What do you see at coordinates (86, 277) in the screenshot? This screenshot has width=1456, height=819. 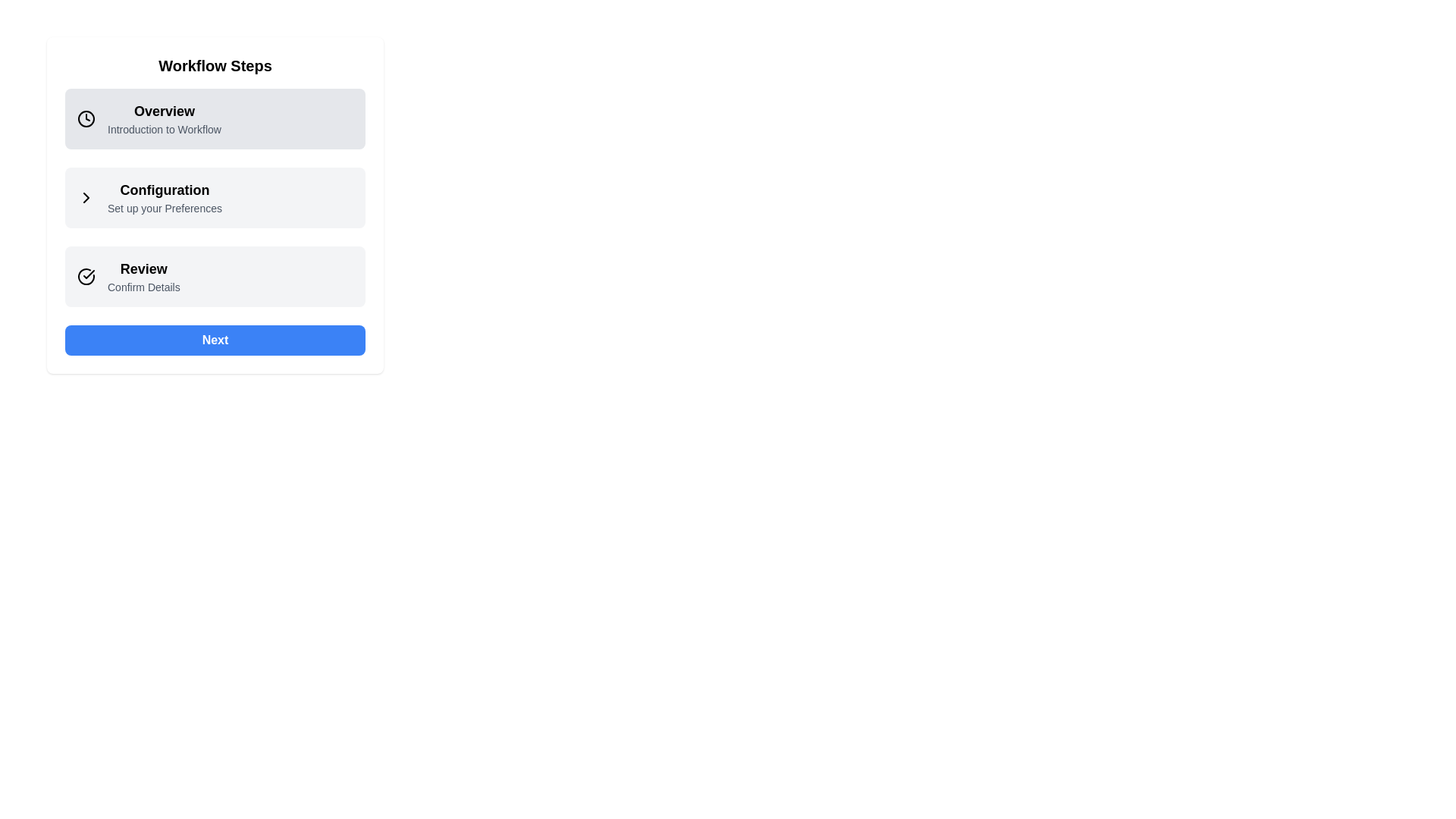 I see `the decorative curved segment of the icon indicating a completed or verified status for the 'Review' workflow step, located to the left of the 'Review' label` at bounding box center [86, 277].